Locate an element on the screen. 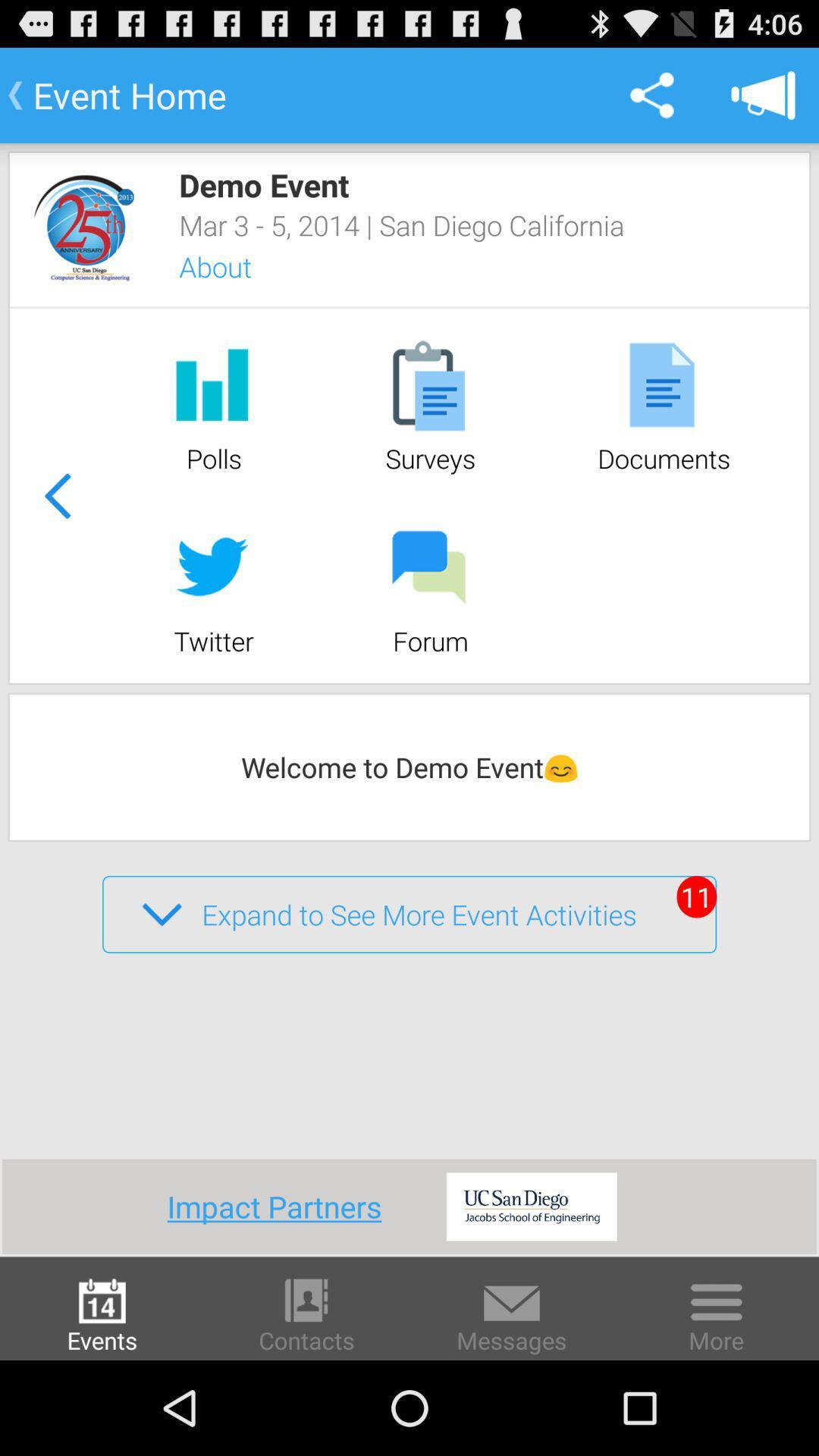  event/company image link is located at coordinates (84, 227).